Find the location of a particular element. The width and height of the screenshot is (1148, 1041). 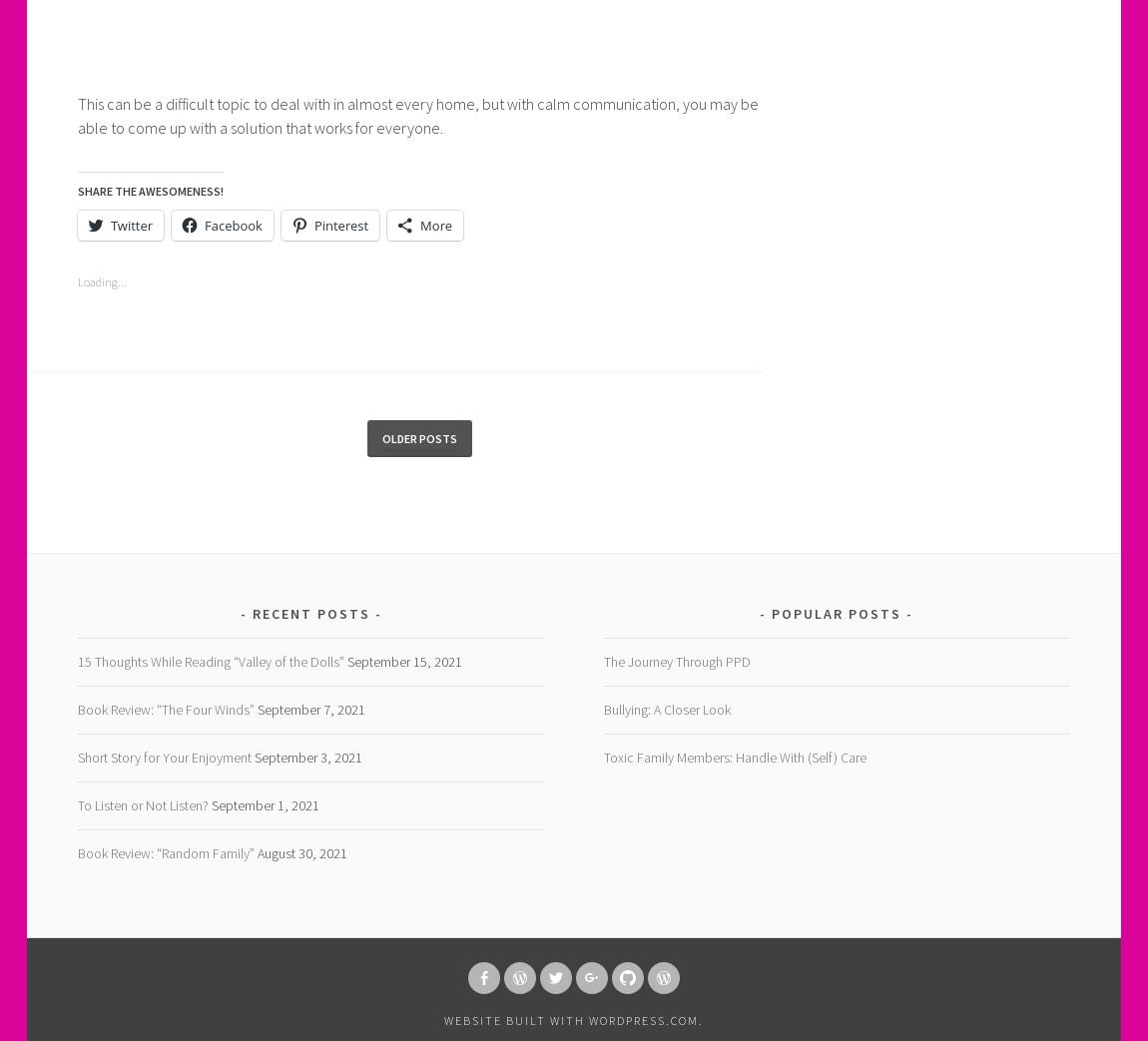

'September 1, 2021' is located at coordinates (263, 803).